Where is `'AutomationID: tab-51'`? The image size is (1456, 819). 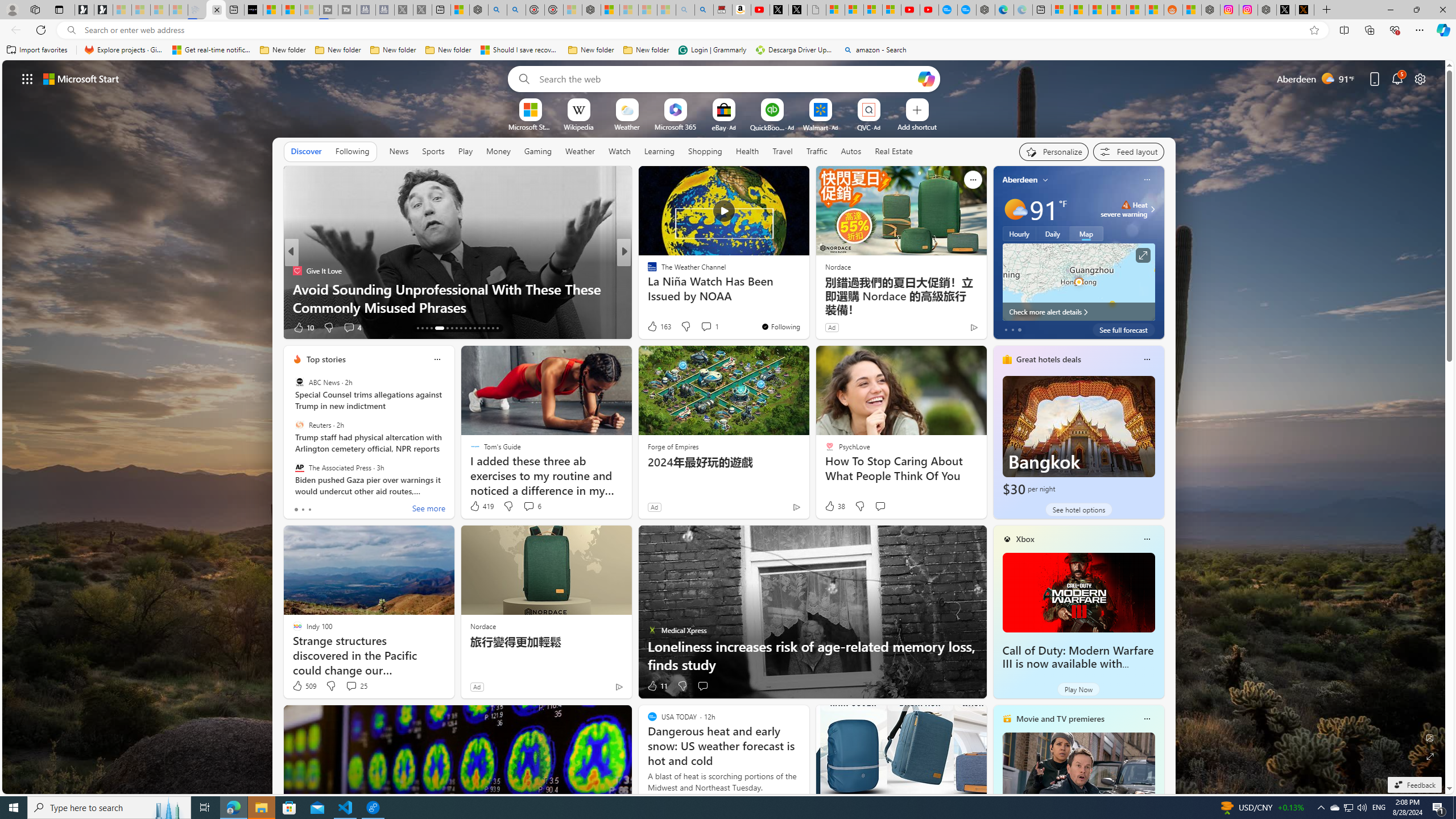 'AutomationID: tab-51' is located at coordinates (487, 328).